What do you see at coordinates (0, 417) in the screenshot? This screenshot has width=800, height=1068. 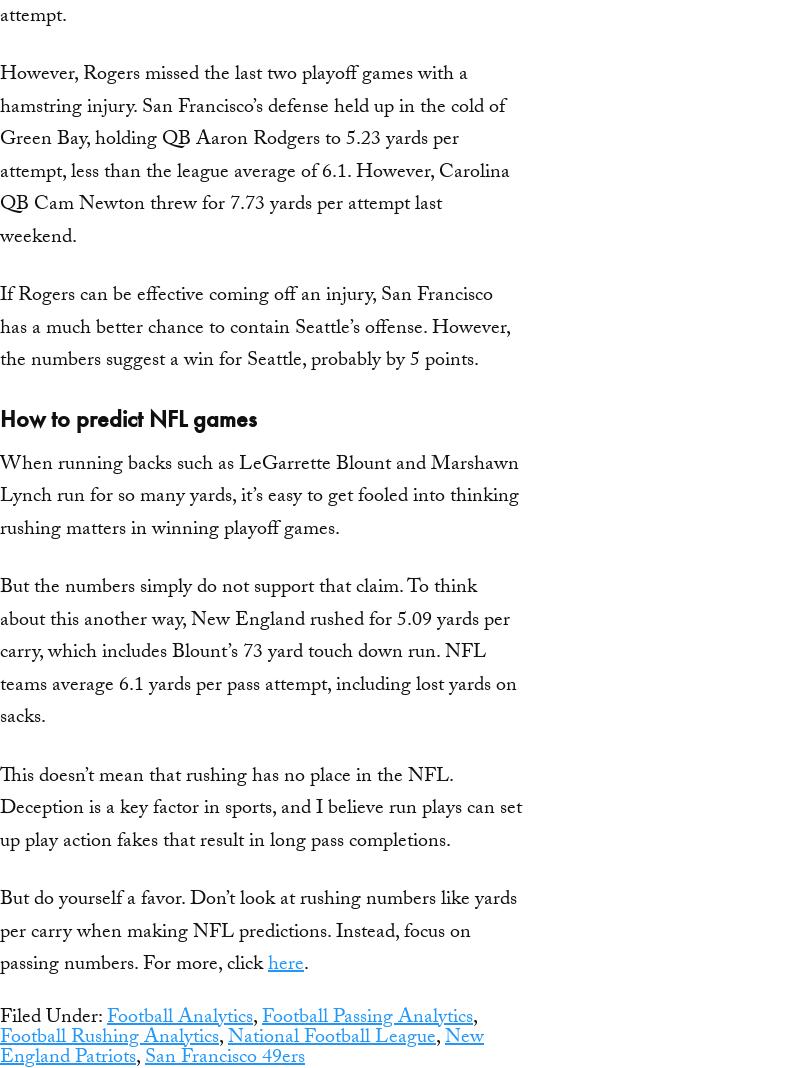 I see `'How to predict NFL games'` at bounding box center [0, 417].